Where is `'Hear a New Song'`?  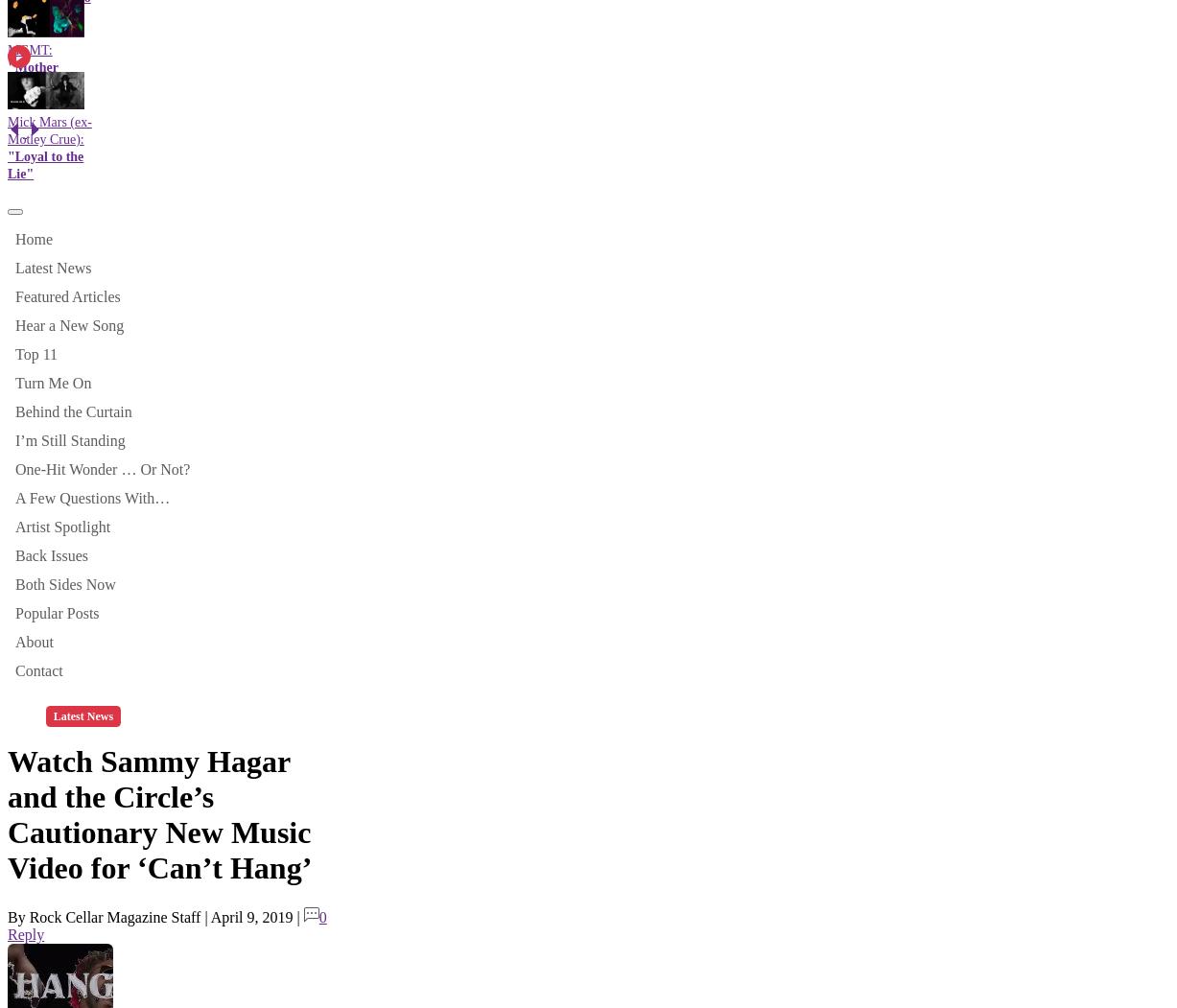
'Hear a New Song' is located at coordinates (14, 324).